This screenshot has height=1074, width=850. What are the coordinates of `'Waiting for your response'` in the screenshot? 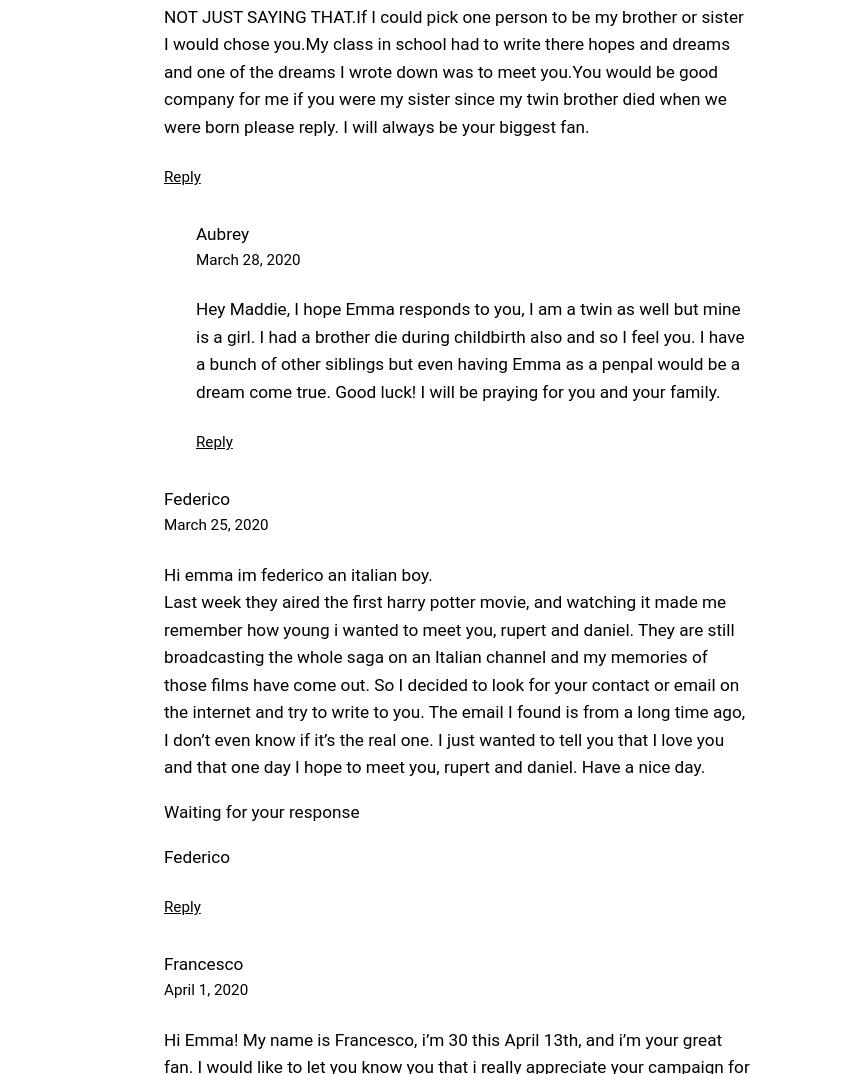 It's located at (260, 812).